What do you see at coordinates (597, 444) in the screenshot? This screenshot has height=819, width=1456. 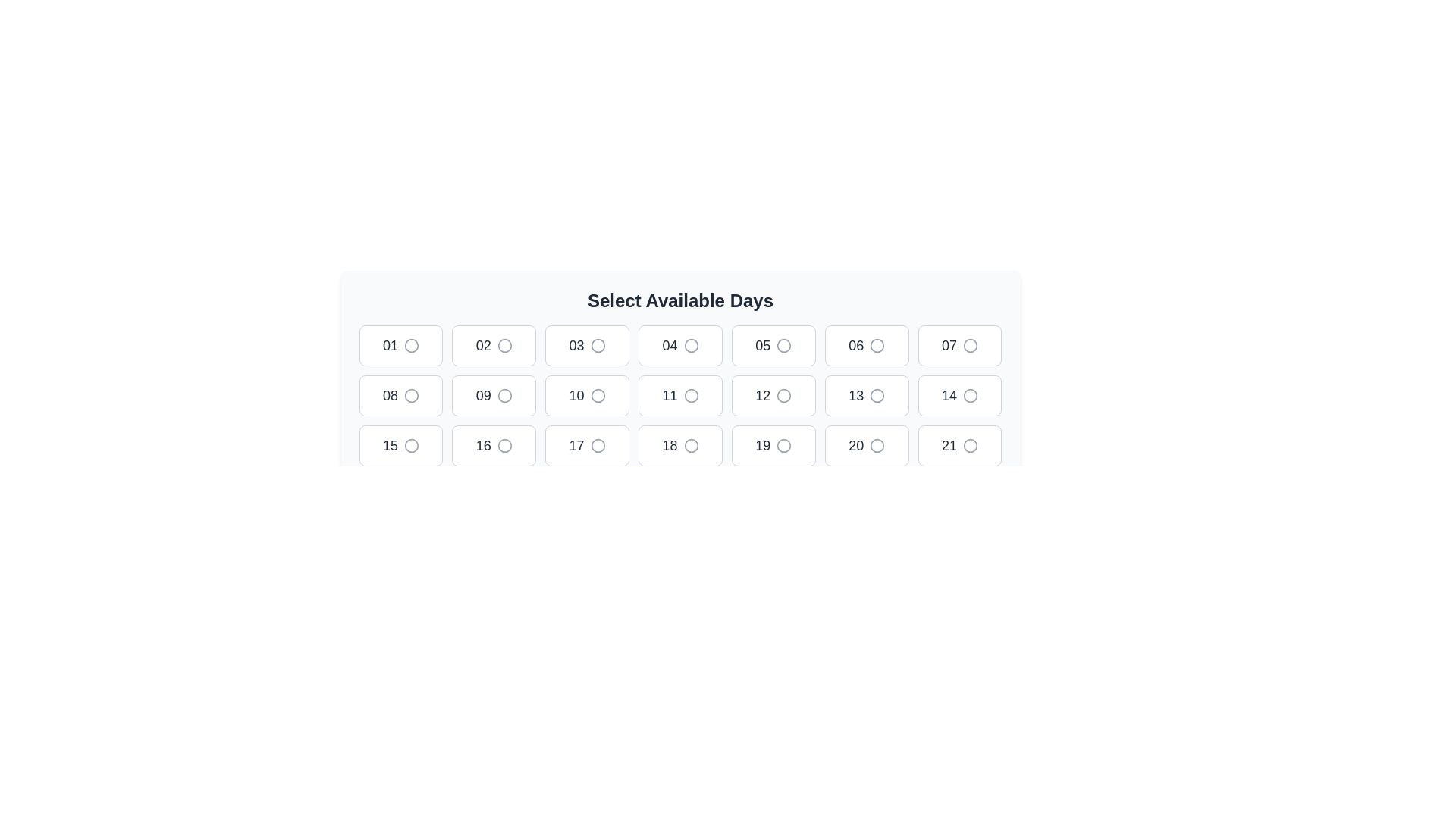 I see `the unselected radio button indicator located to the right of the number '17'` at bounding box center [597, 444].